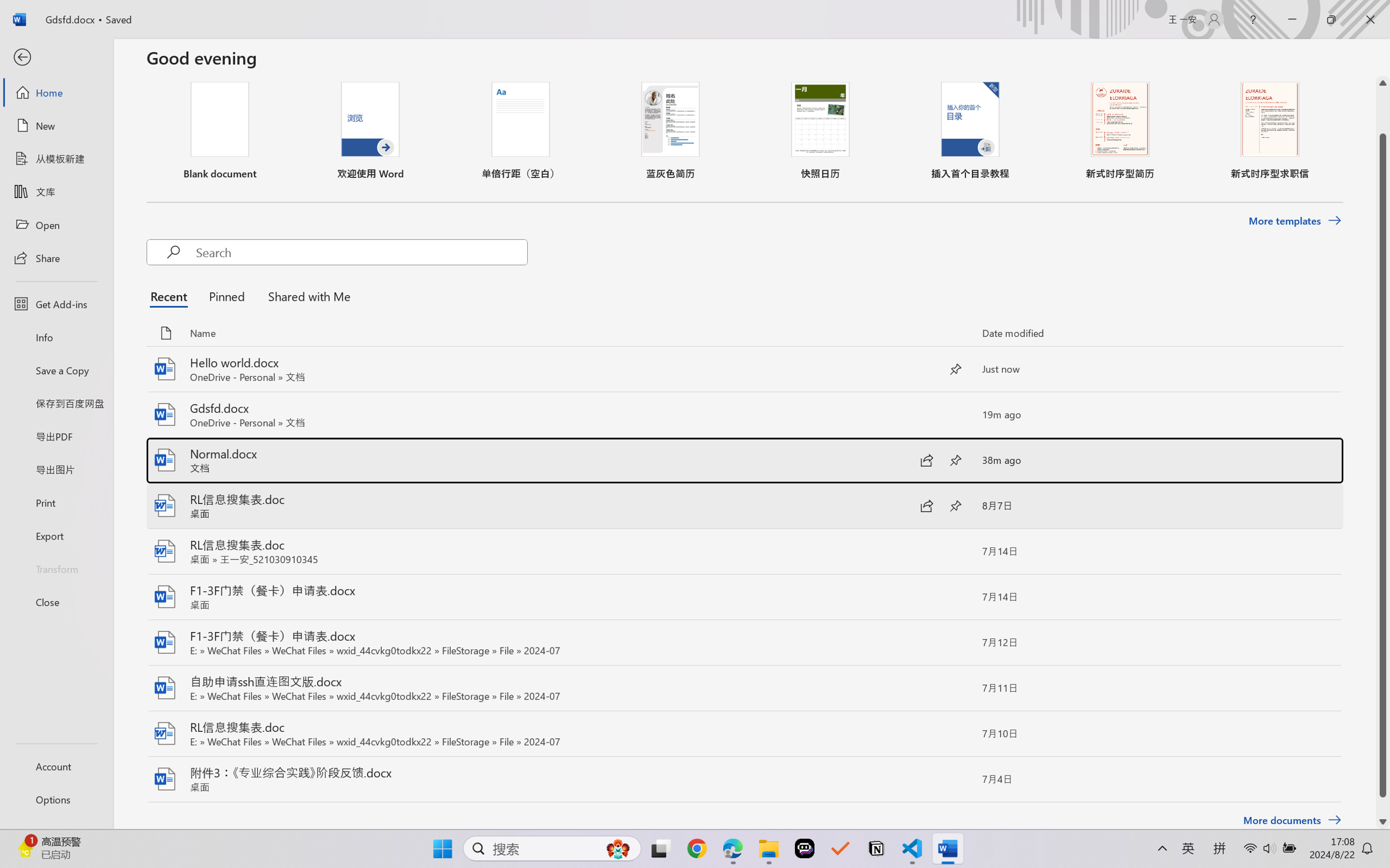  Describe the element at coordinates (1383, 83) in the screenshot. I see `'Line up'` at that location.